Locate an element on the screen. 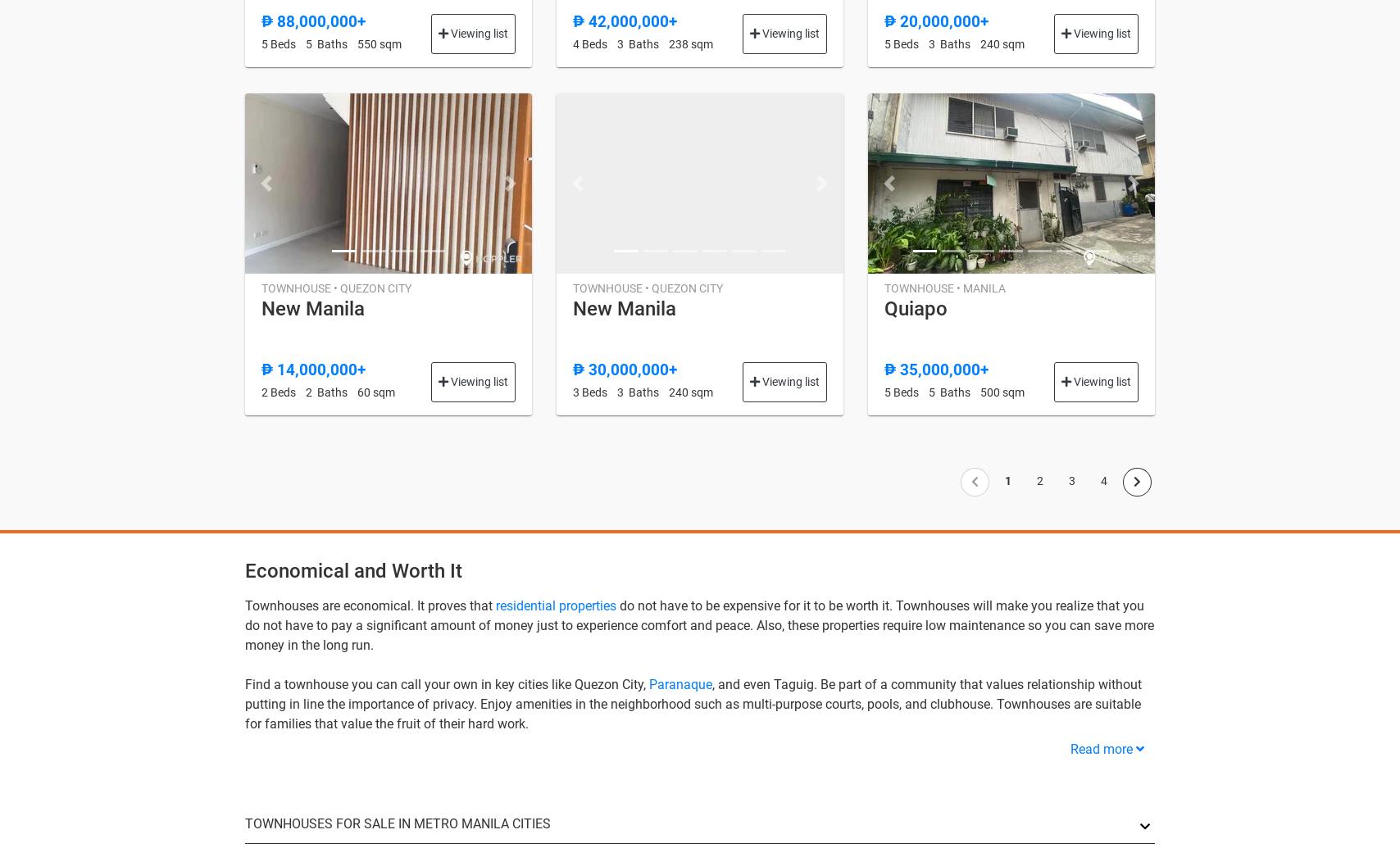 This screenshot has width=1400, height=848. '550 sqm' is located at coordinates (380, 43).